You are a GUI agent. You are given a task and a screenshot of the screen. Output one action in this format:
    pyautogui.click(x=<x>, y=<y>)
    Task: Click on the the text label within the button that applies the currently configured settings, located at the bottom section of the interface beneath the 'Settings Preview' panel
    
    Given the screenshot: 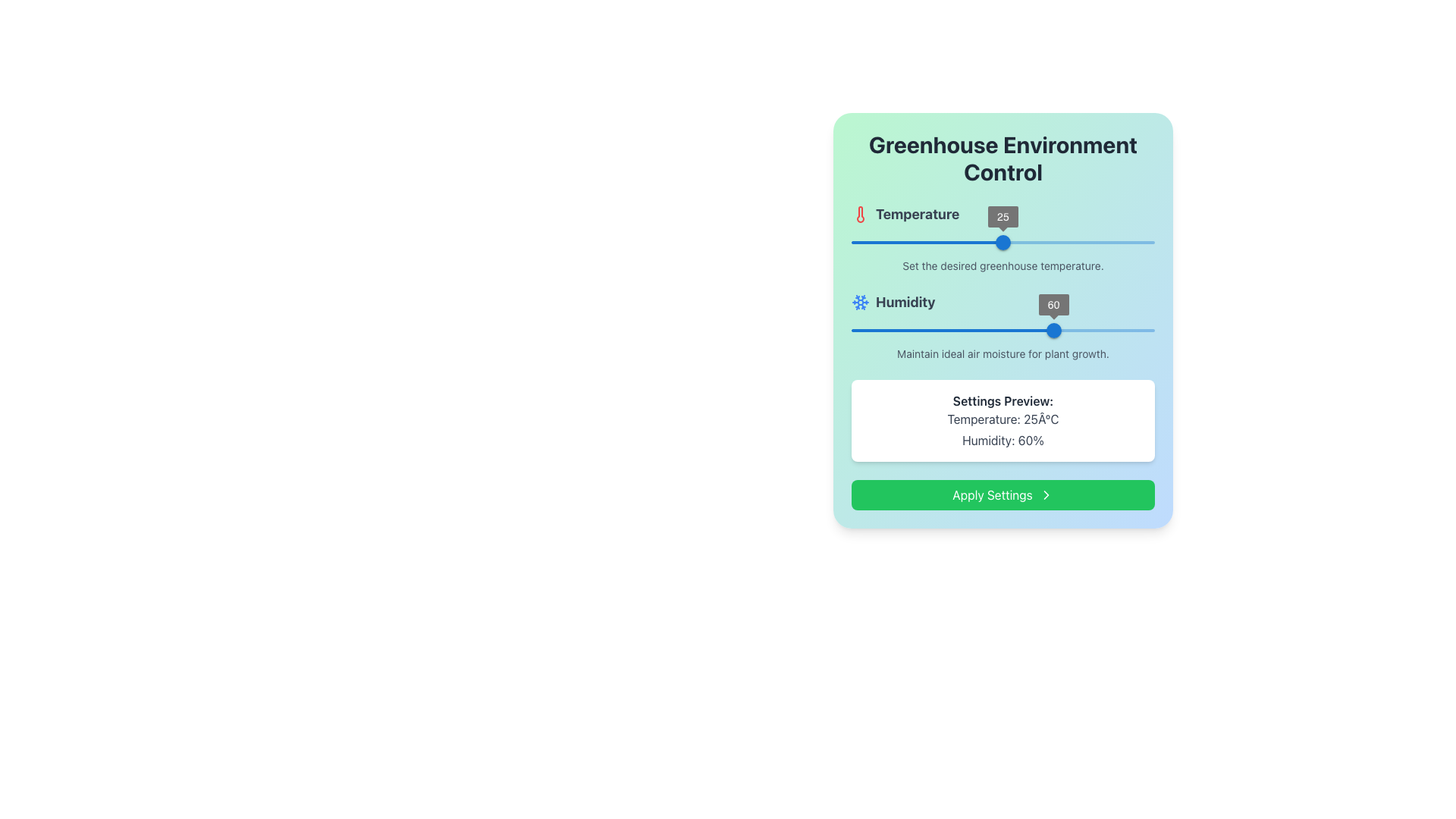 What is the action you would take?
    pyautogui.click(x=993, y=494)
    